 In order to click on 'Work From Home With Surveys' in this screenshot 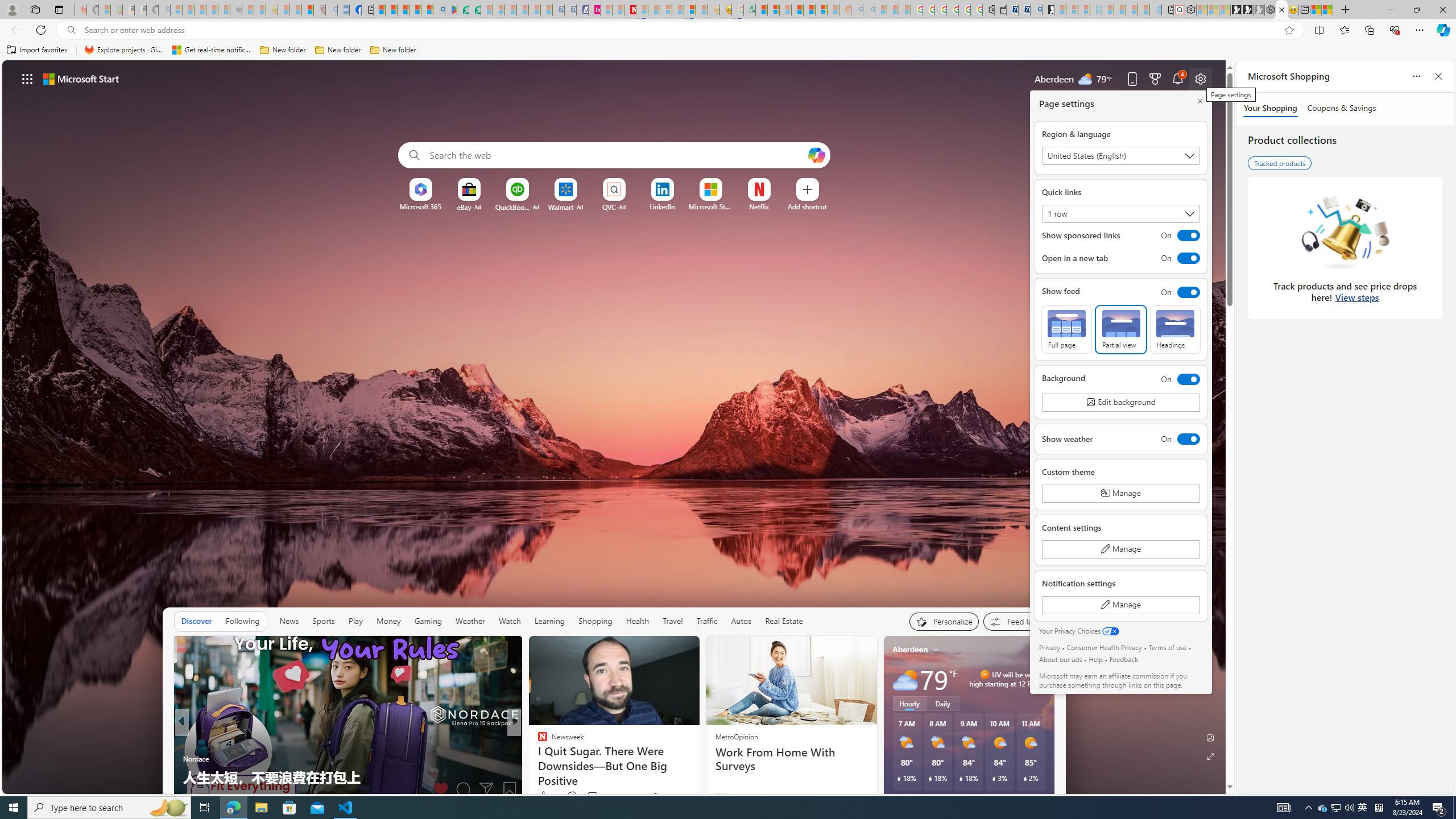, I will do `click(791, 758)`.